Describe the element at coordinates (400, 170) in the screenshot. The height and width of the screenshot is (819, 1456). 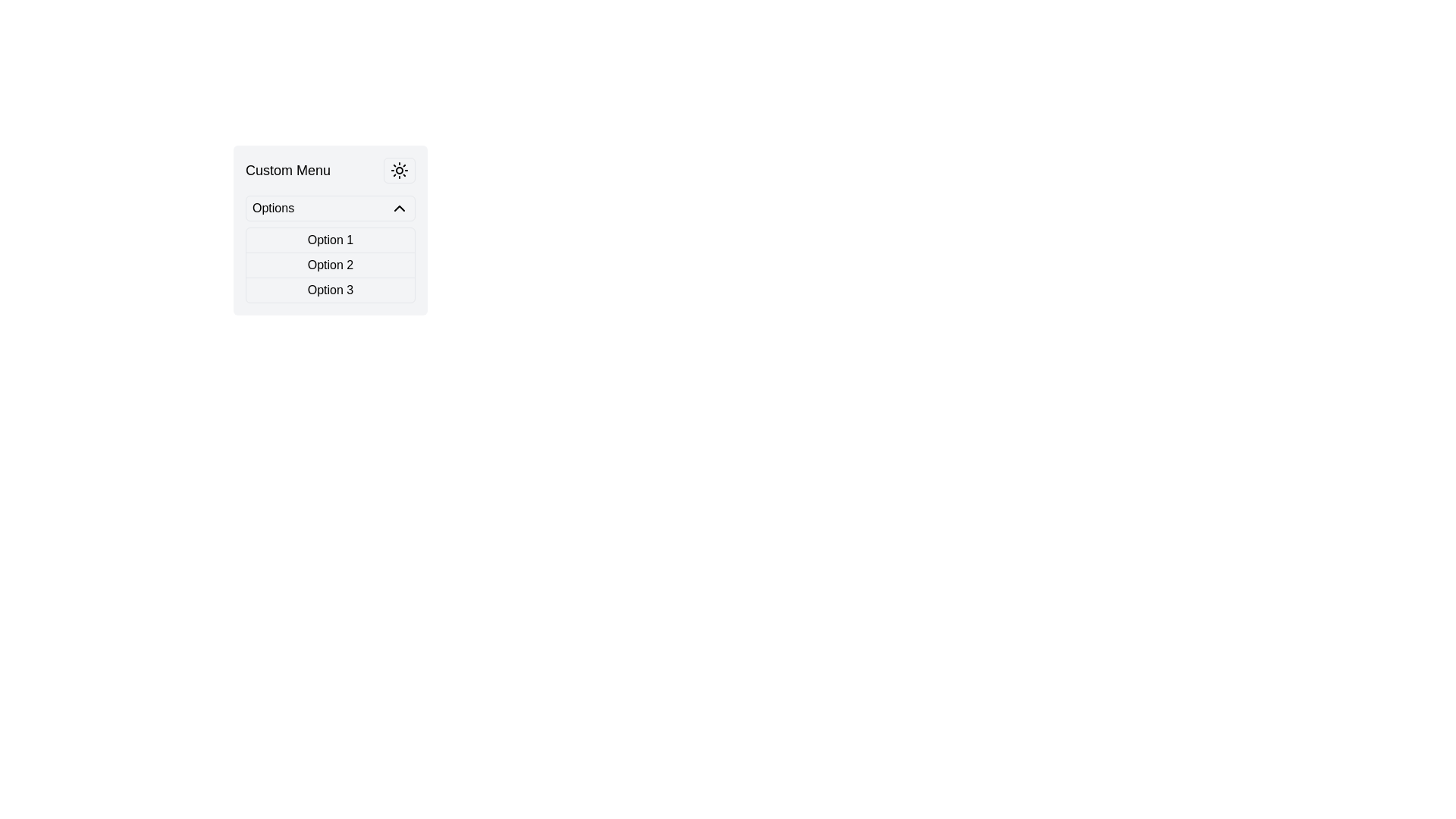
I see `the brightness toggle button located at the top-right corner of the 'Custom Menu' section` at that location.